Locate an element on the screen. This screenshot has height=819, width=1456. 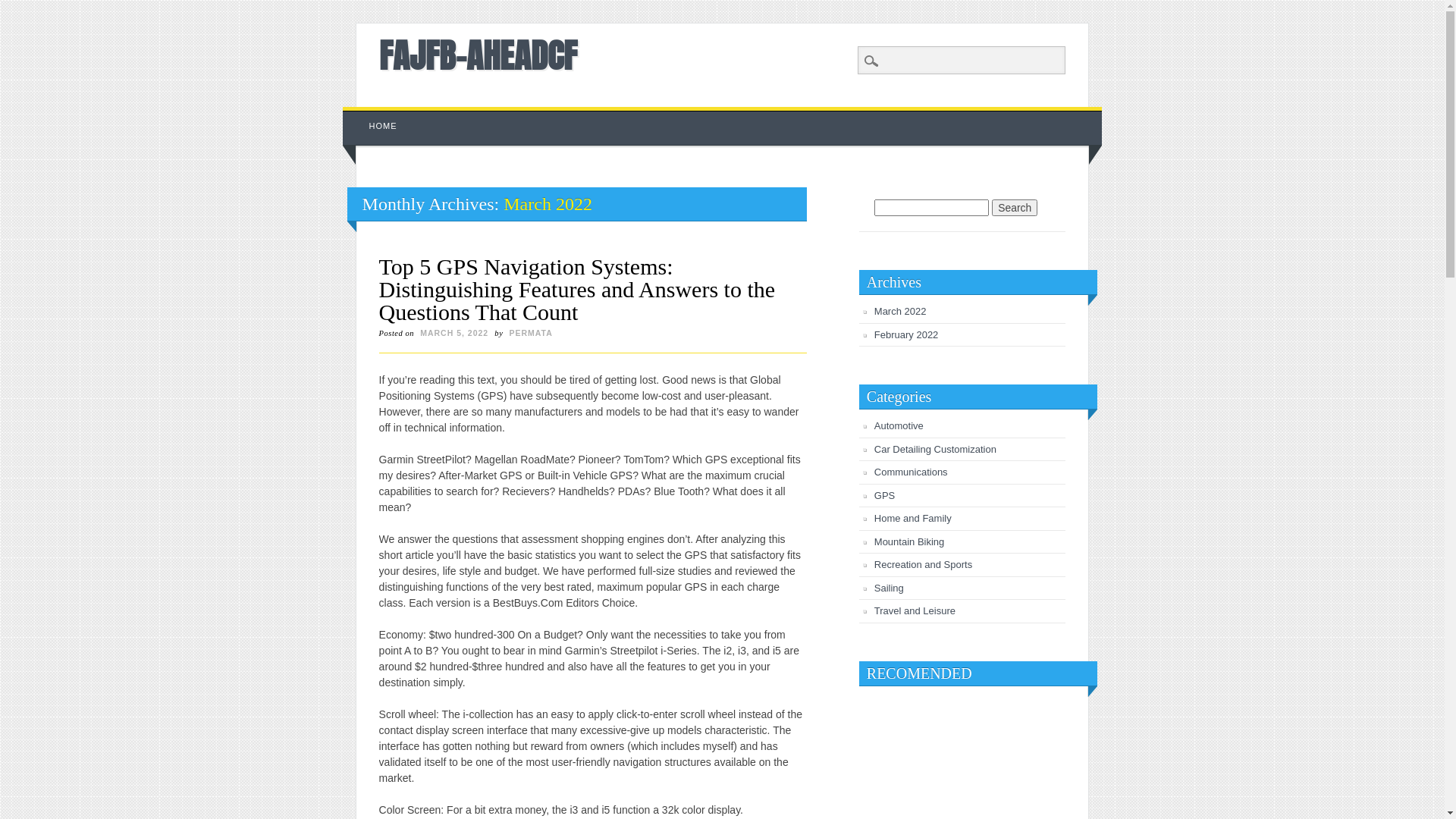
'February 2022' is located at coordinates (906, 334).